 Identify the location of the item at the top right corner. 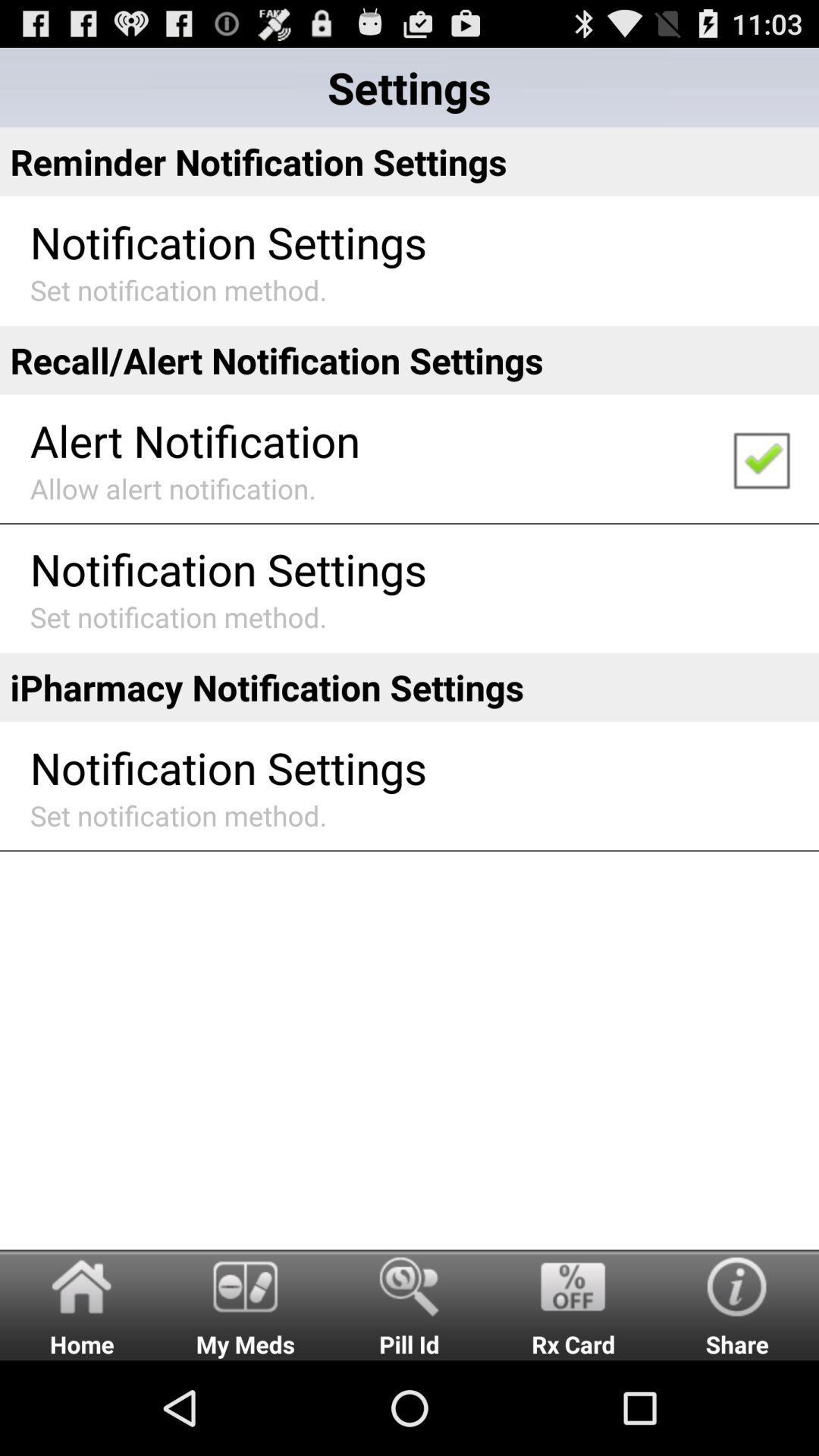
(761, 458).